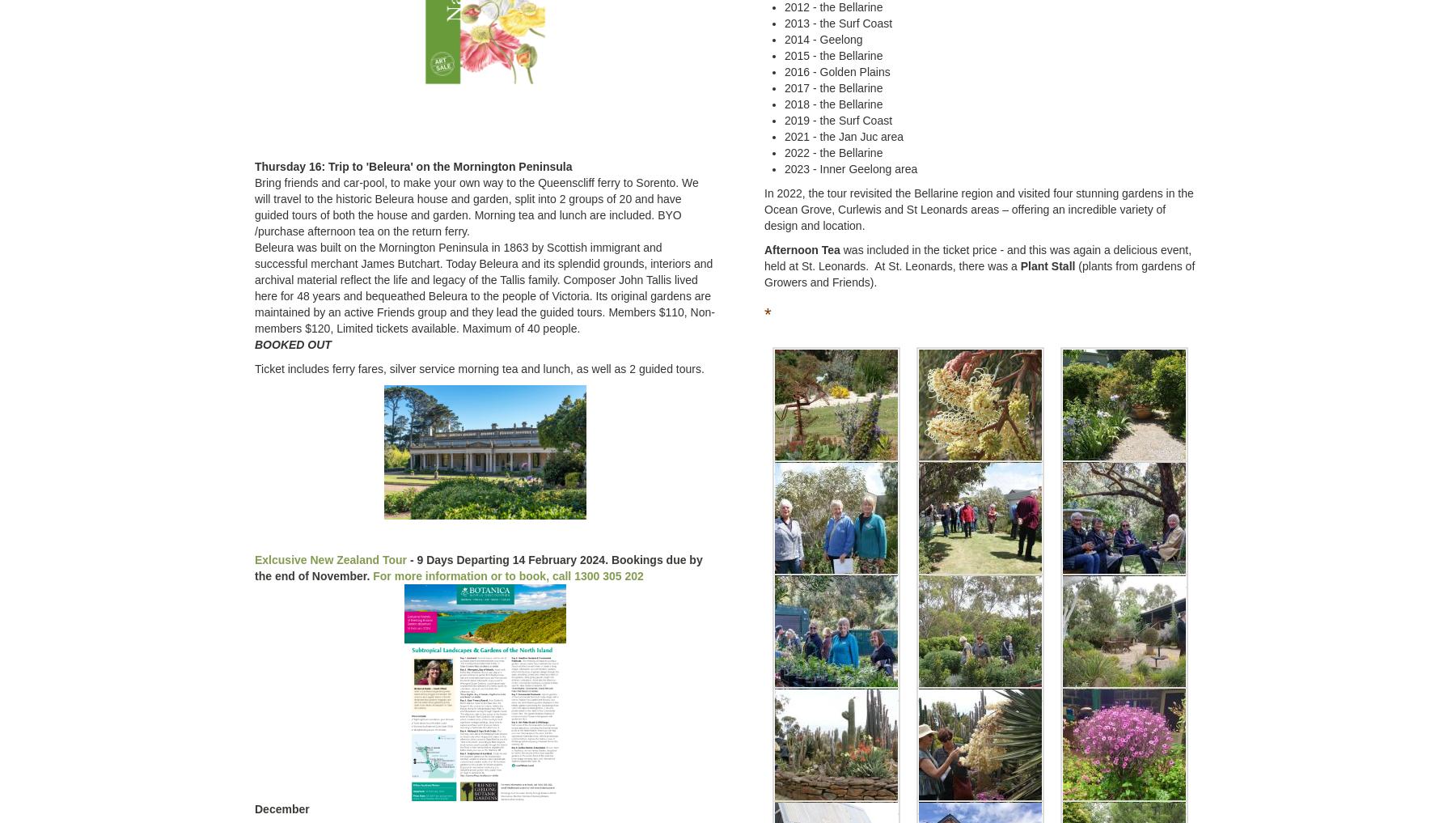 The height and width of the screenshot is (823, 1456). Describe the element at coordinates (844, 135) in the screenshot. I see `'2021 - the Jan Juc area'` at that location.